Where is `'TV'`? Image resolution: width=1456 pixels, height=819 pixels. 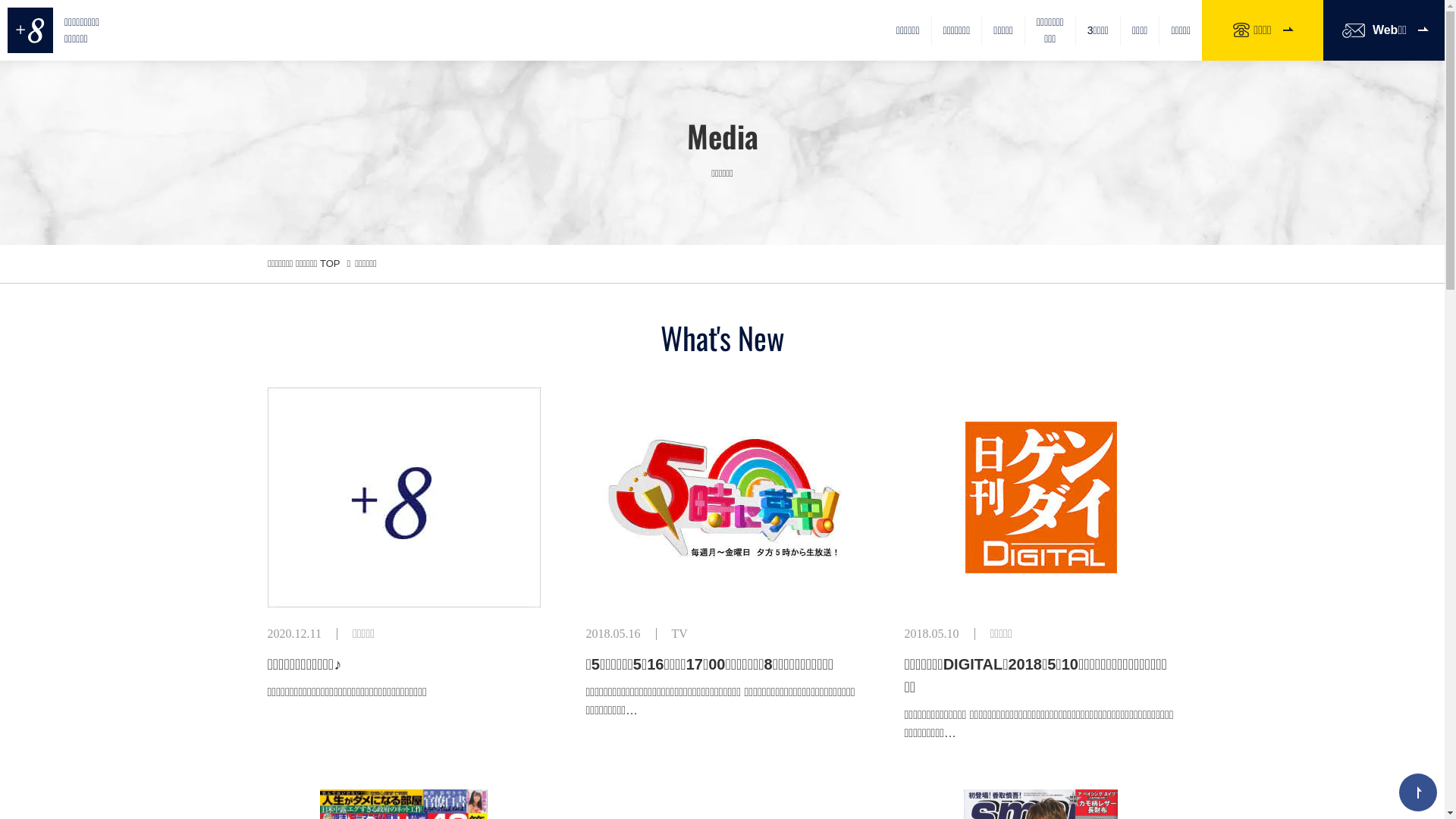 'TV' is located at coordinates (671, 633).